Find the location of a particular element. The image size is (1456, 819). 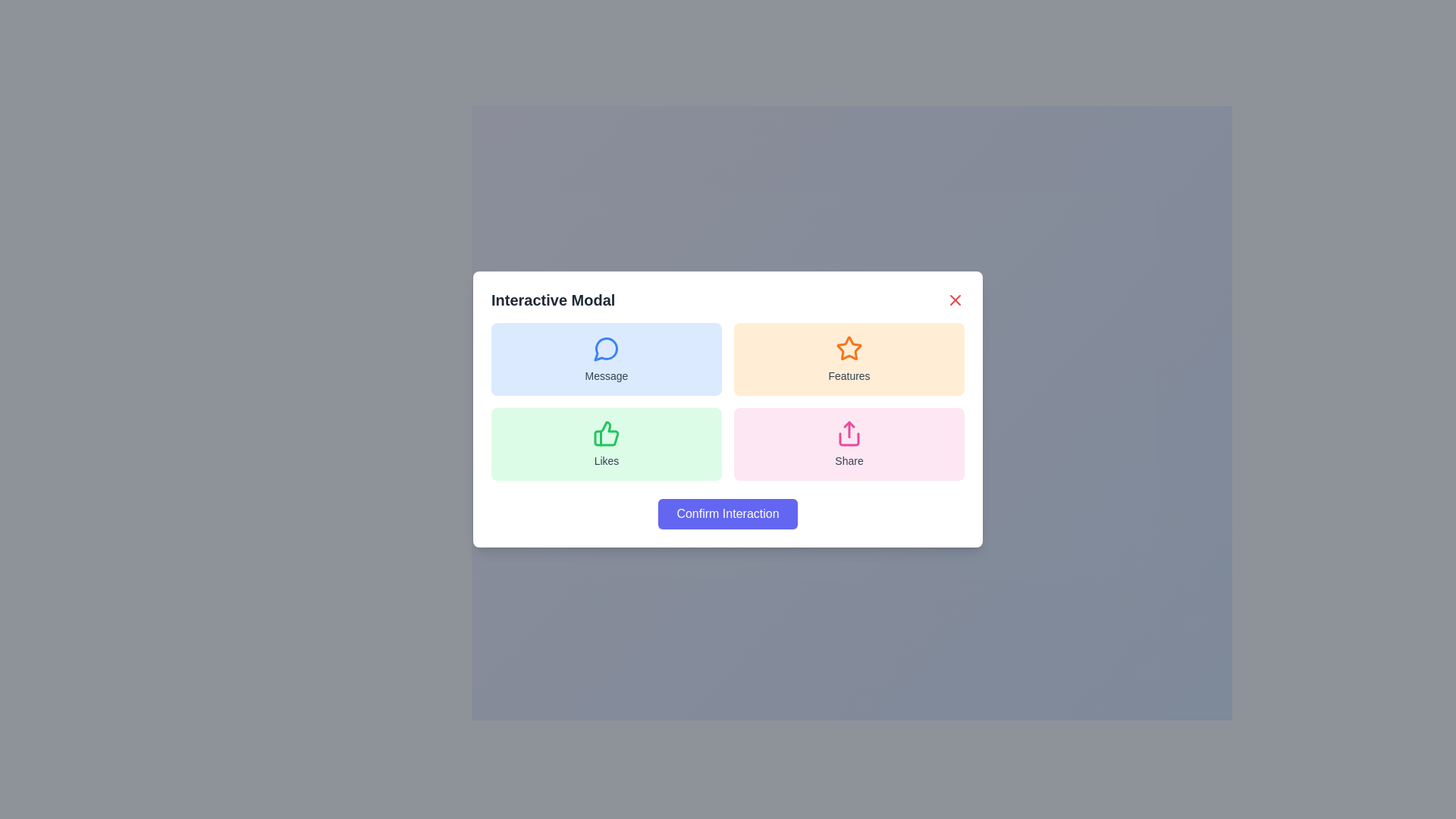

the thumbs-up icon with a green outline in the 'Likes' box located in the lower-left quadrant of the modal dialog to understand its context is located at coordinates (605, 433).